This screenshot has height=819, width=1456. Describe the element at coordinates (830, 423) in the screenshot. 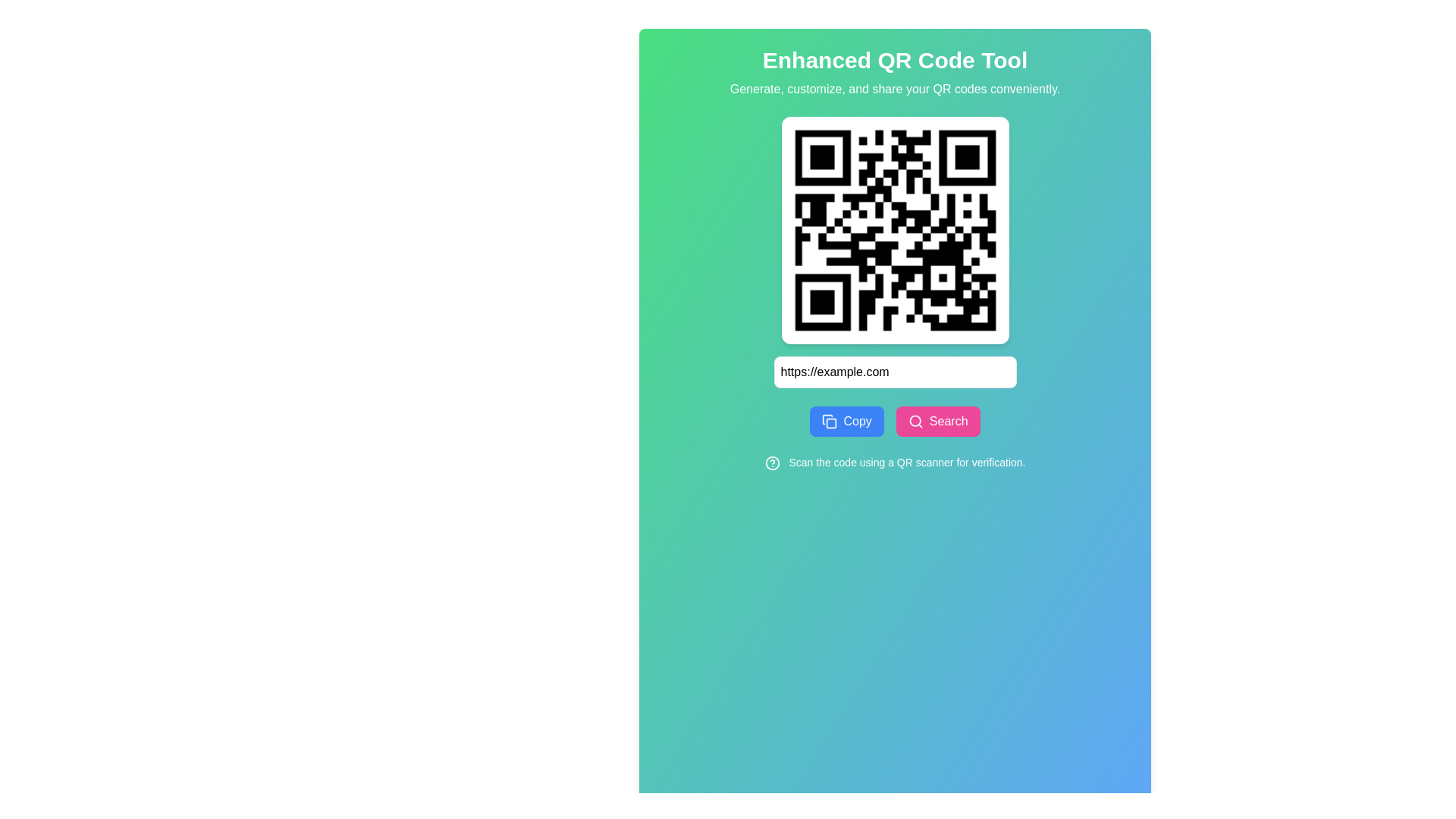

I see `the small square decorative graphic within the copy icon located to the left of the pink search button` at that location.